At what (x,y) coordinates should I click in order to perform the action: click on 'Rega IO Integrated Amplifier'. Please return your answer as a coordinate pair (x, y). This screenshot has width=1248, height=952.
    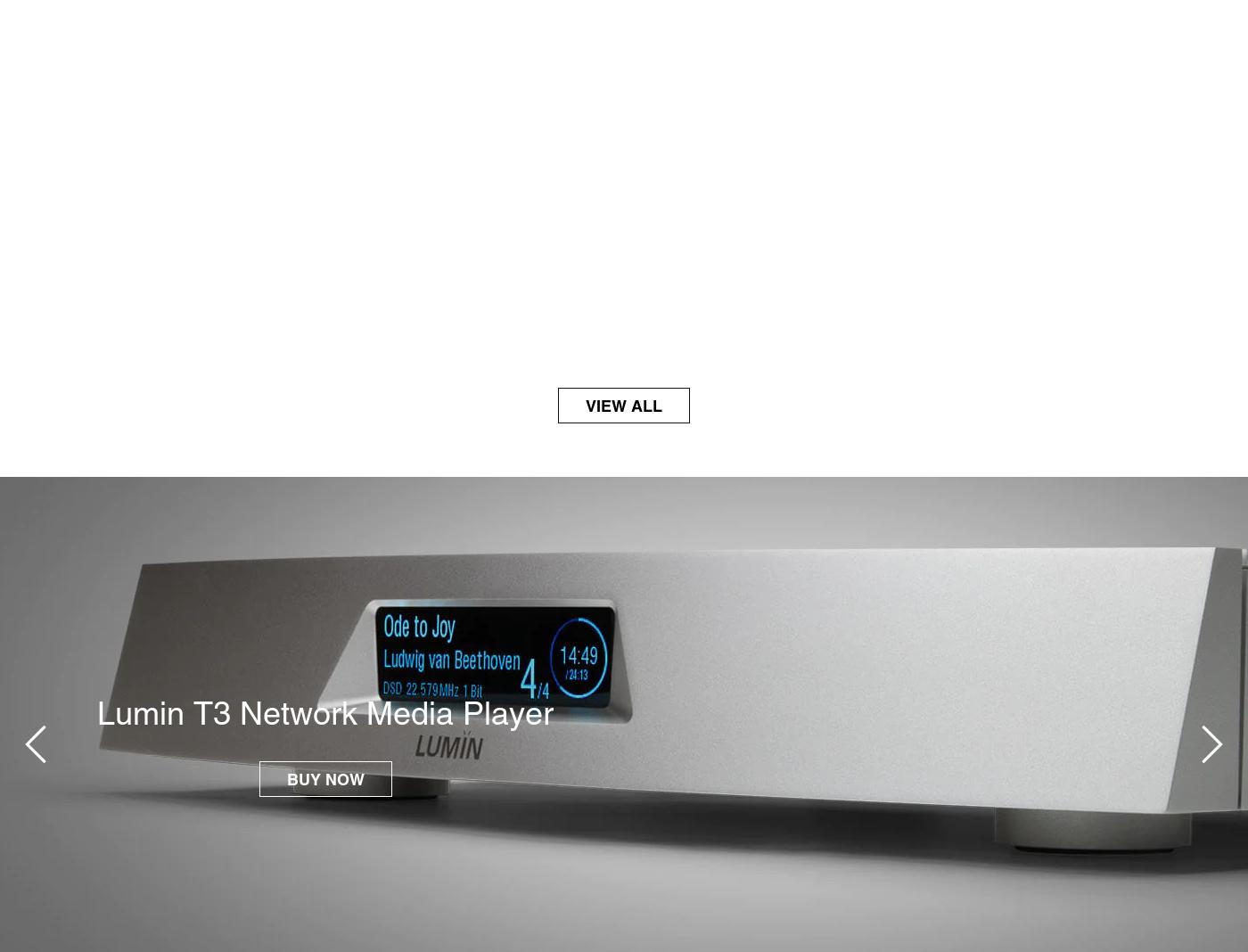
    Looking at the image, I should click on (106, 711).